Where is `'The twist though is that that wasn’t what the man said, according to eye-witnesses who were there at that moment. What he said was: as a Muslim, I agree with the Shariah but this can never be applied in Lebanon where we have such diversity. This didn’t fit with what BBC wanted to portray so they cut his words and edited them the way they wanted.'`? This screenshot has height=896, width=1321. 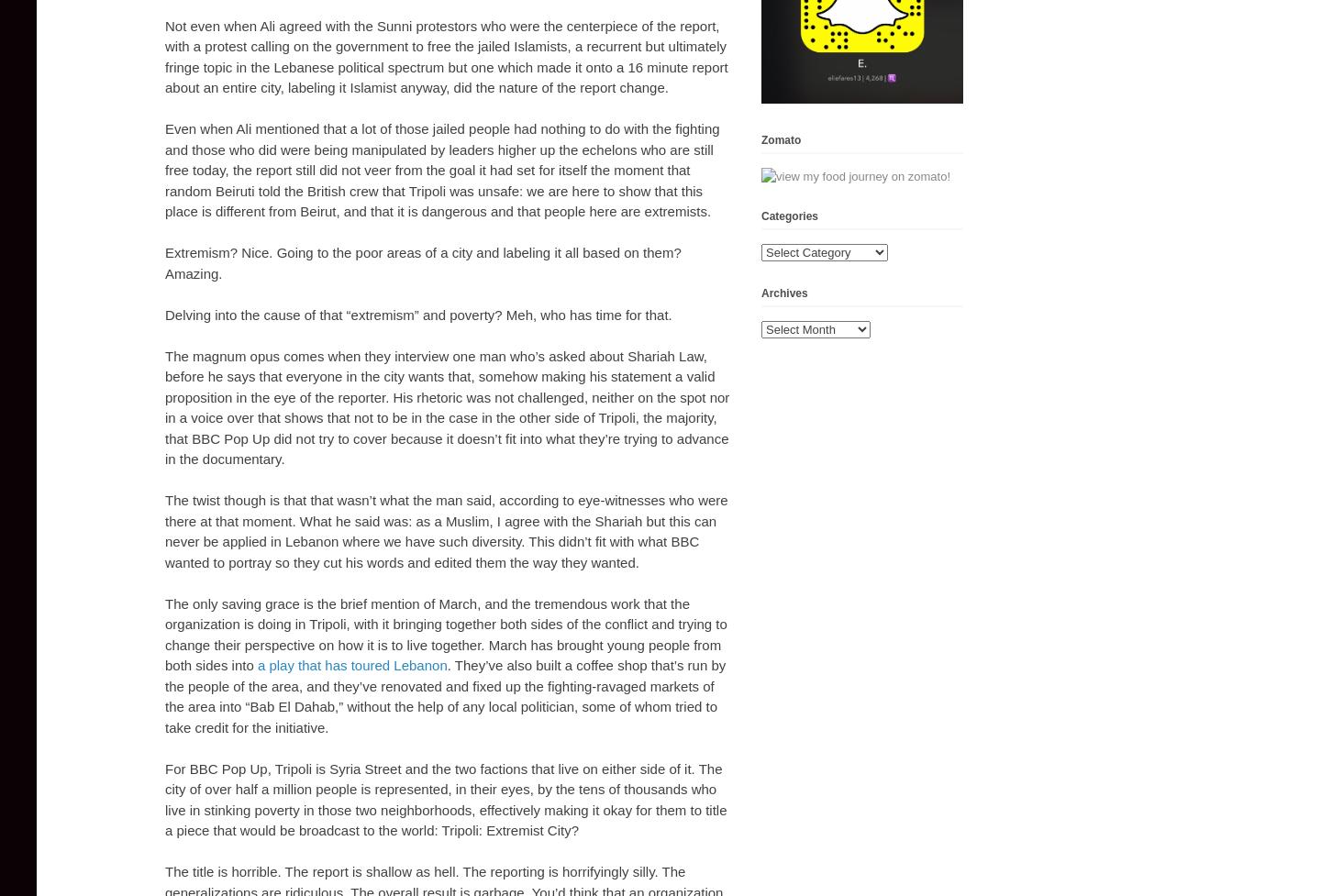 'The twist though is that that wasn’t what the man said, according to eye-witnesses who were there at that moment. What he said was: as a Muslim, I agree with the Shariah but this can never be applied in Lebanon where we have such diversity. This didn’t fit with what BBC wanted to portray so they cut his words and edited them the way they wanted.' is located at coordinates (445, 529).